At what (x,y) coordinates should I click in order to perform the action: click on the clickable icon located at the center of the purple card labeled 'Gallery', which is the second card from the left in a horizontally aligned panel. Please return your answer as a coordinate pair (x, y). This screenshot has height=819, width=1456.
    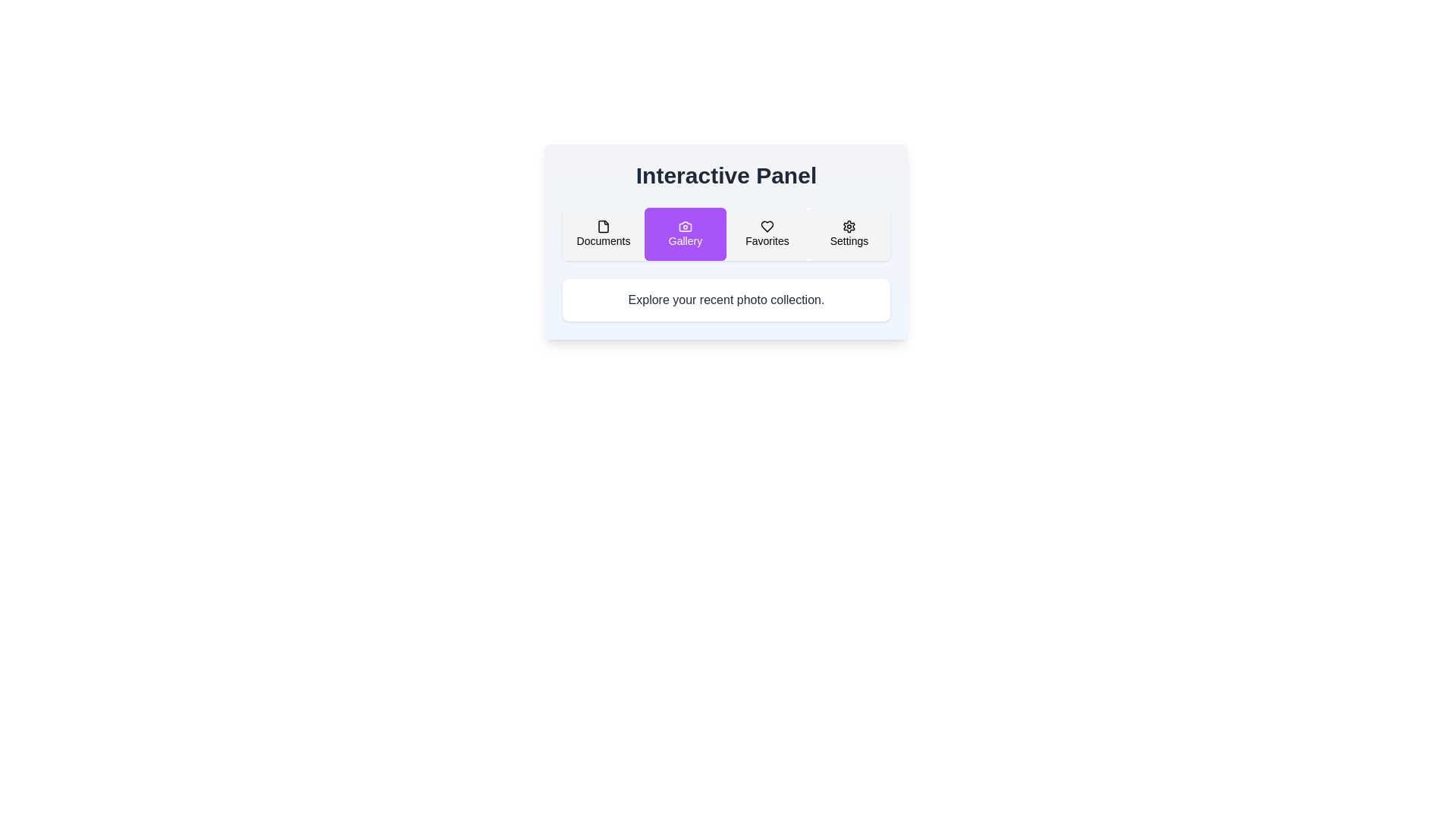
    Looking at the image, I should click on (684, 227).